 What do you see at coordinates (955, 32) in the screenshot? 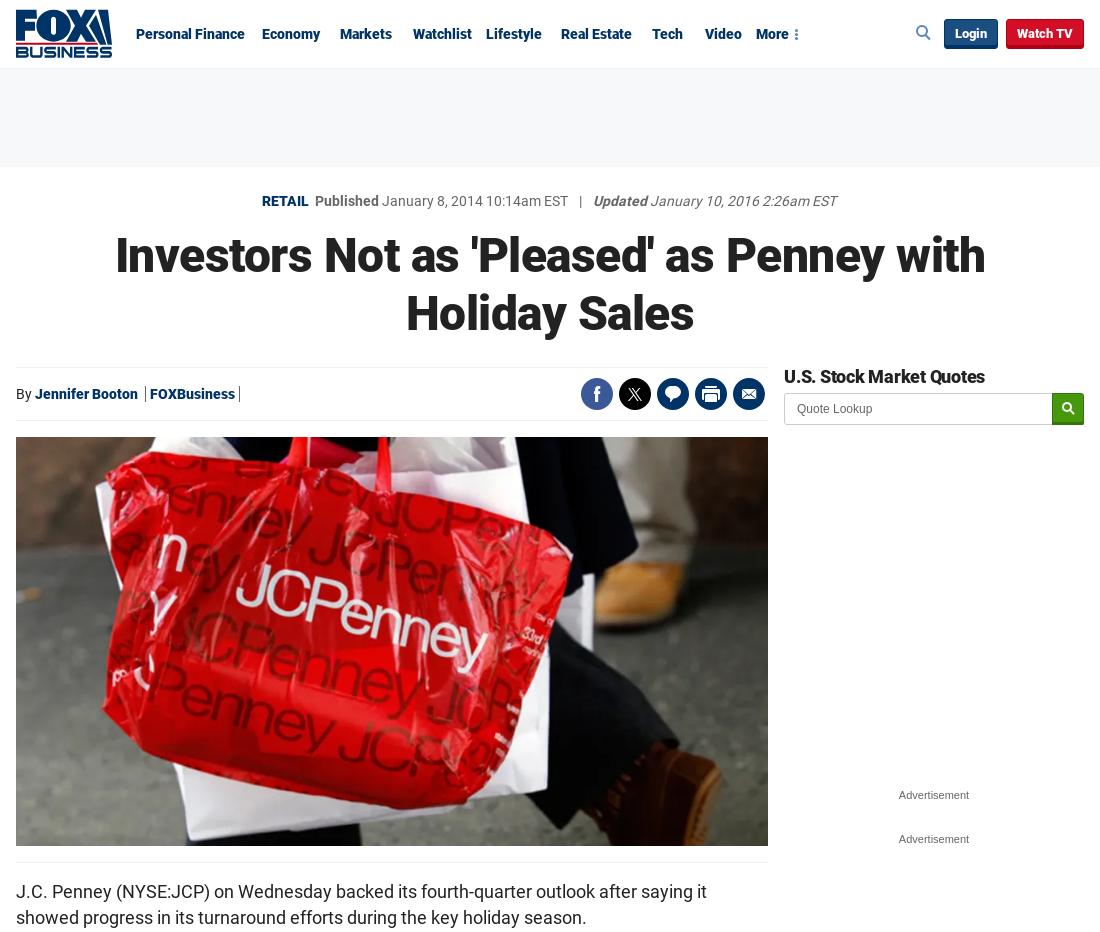
I see `'Login'` at bounding box center [955, 32].